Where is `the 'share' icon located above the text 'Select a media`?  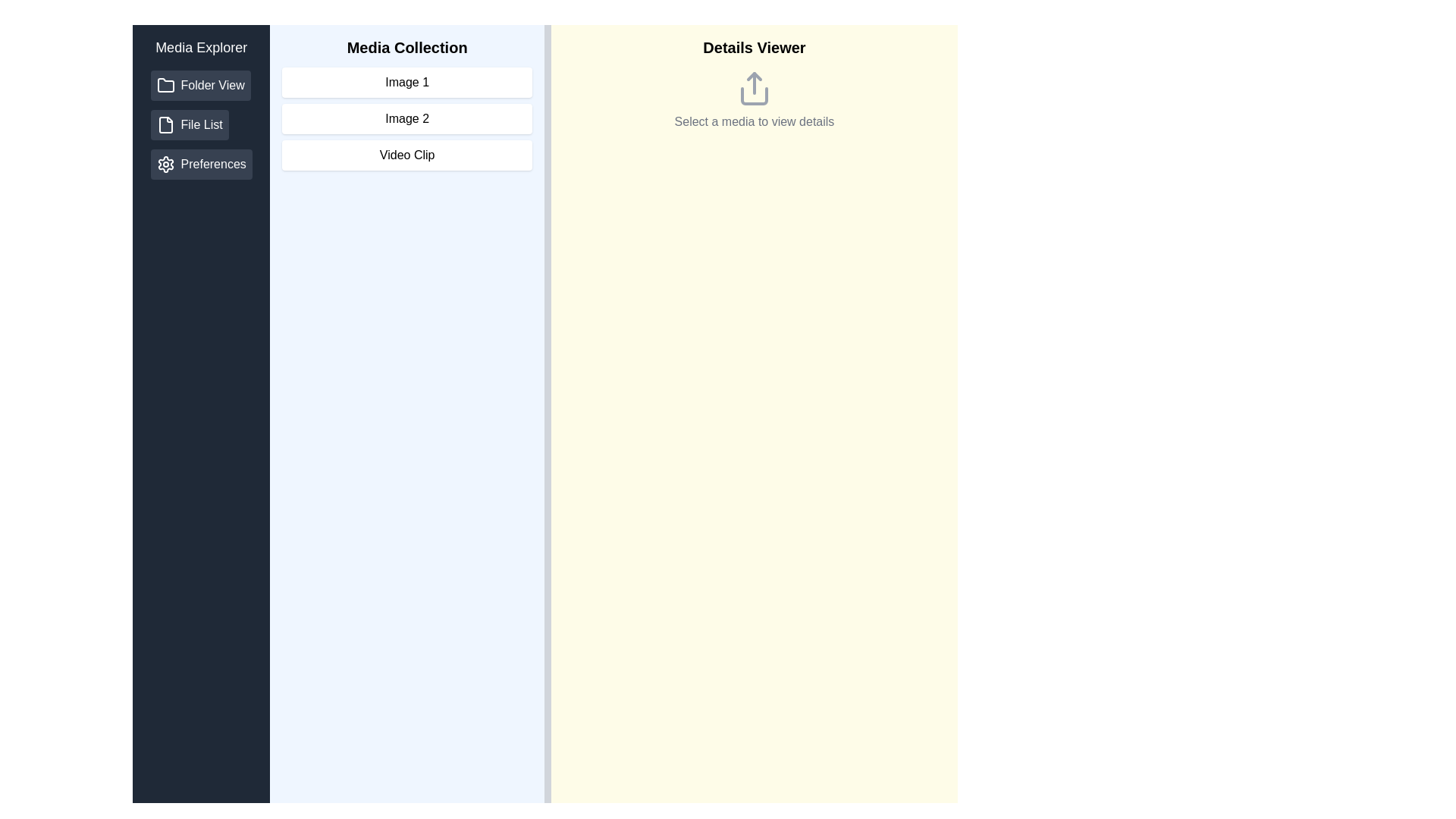 the 'share' icon located above the text 'Select a media is located at coordinates (754, 88).